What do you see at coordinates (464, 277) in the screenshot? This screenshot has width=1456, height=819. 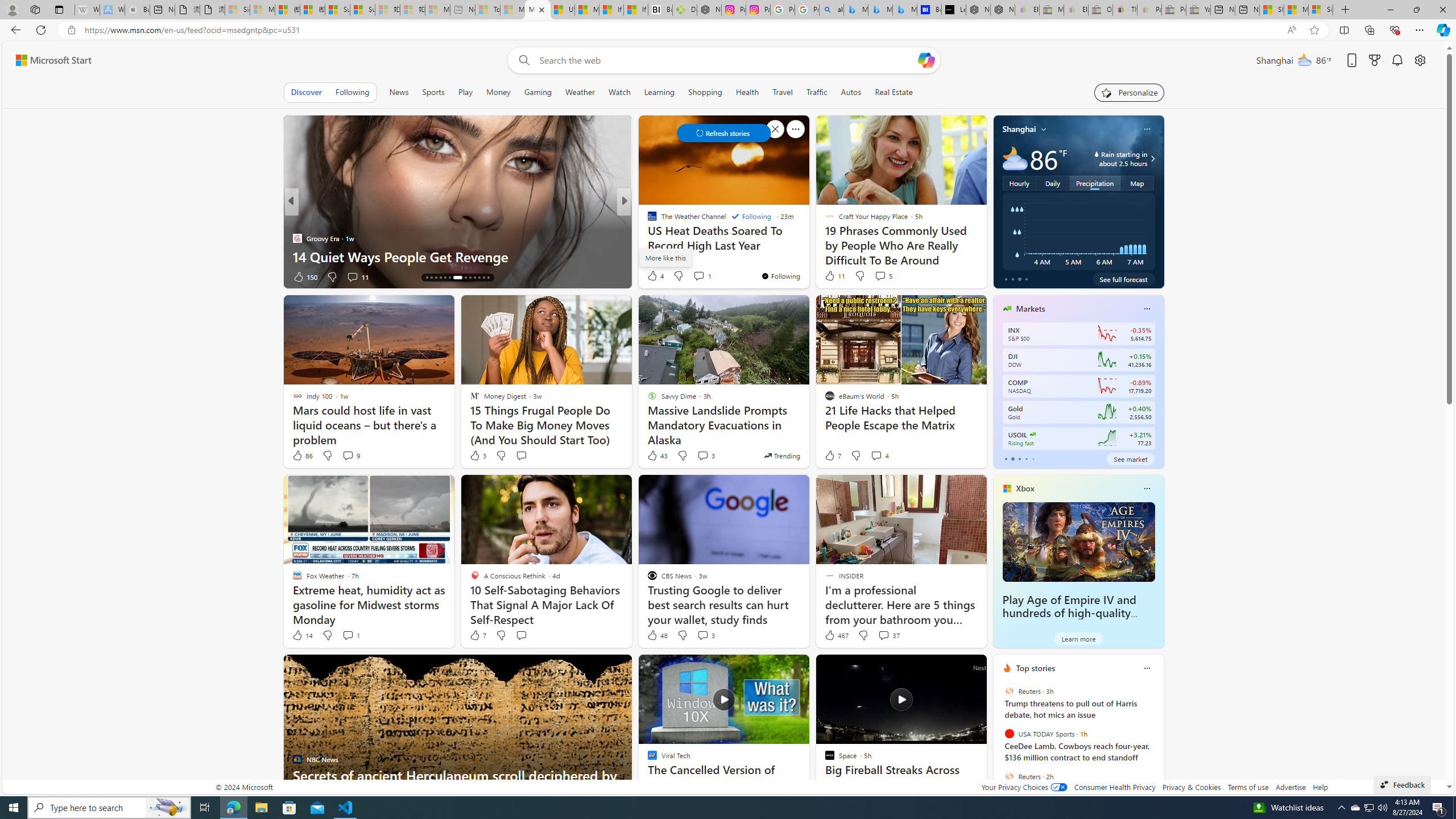 I see `'AutomationID: tab-21'` at bounding box center [464, 277].